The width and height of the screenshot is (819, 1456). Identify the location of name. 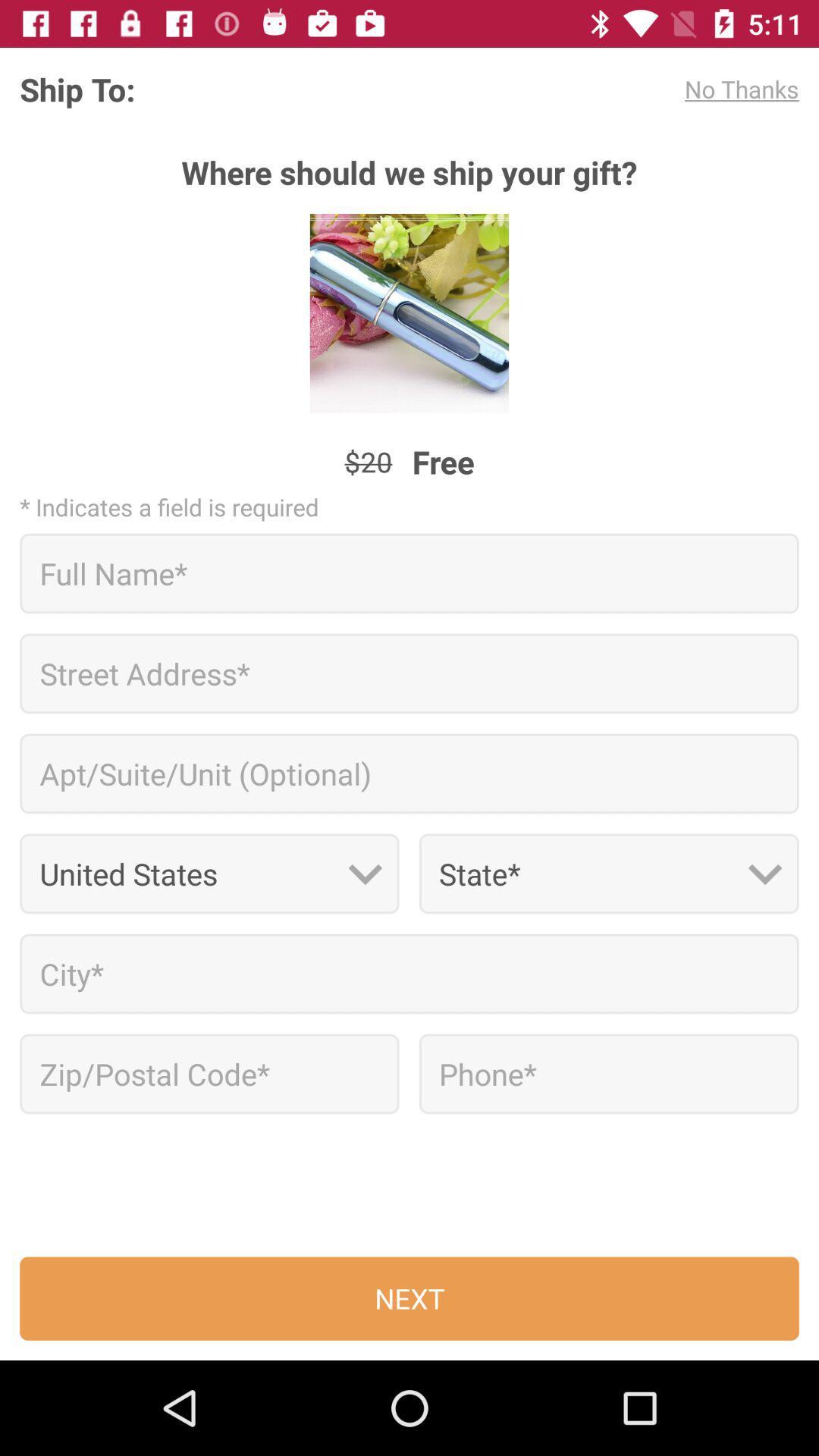
(409, 573).